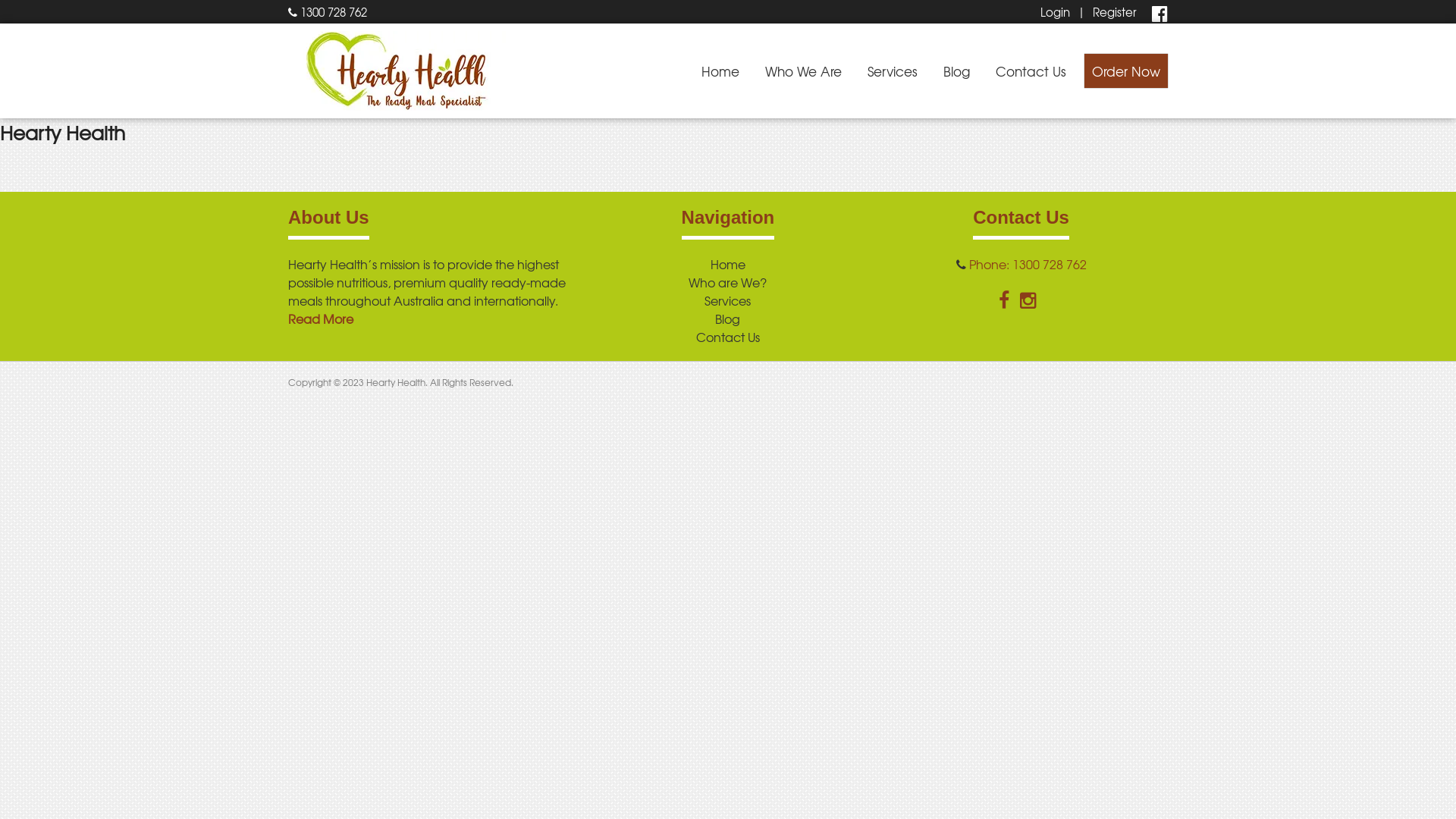 This screenshot has width=1456, height=819. What do you see at coordinates (802, 71) in the screenshot?
I see `'Who We Are'` at bounding box center [802, 71].